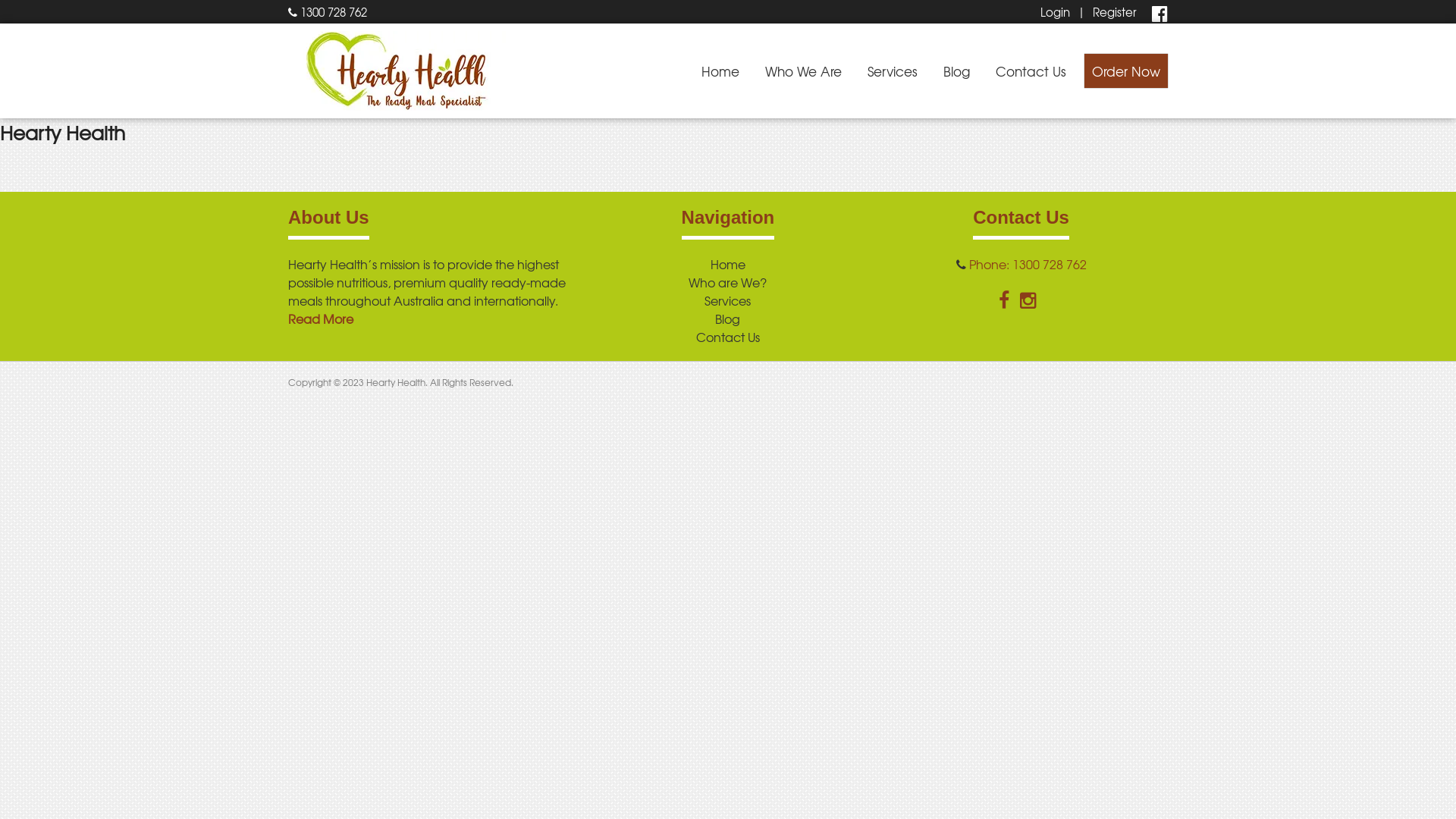 This screenshot has width=1456, height=819. What do you see at coordinates (802, 71) in the screenshot?
I see `'Who We Are'` at bounding box center [802, 71].